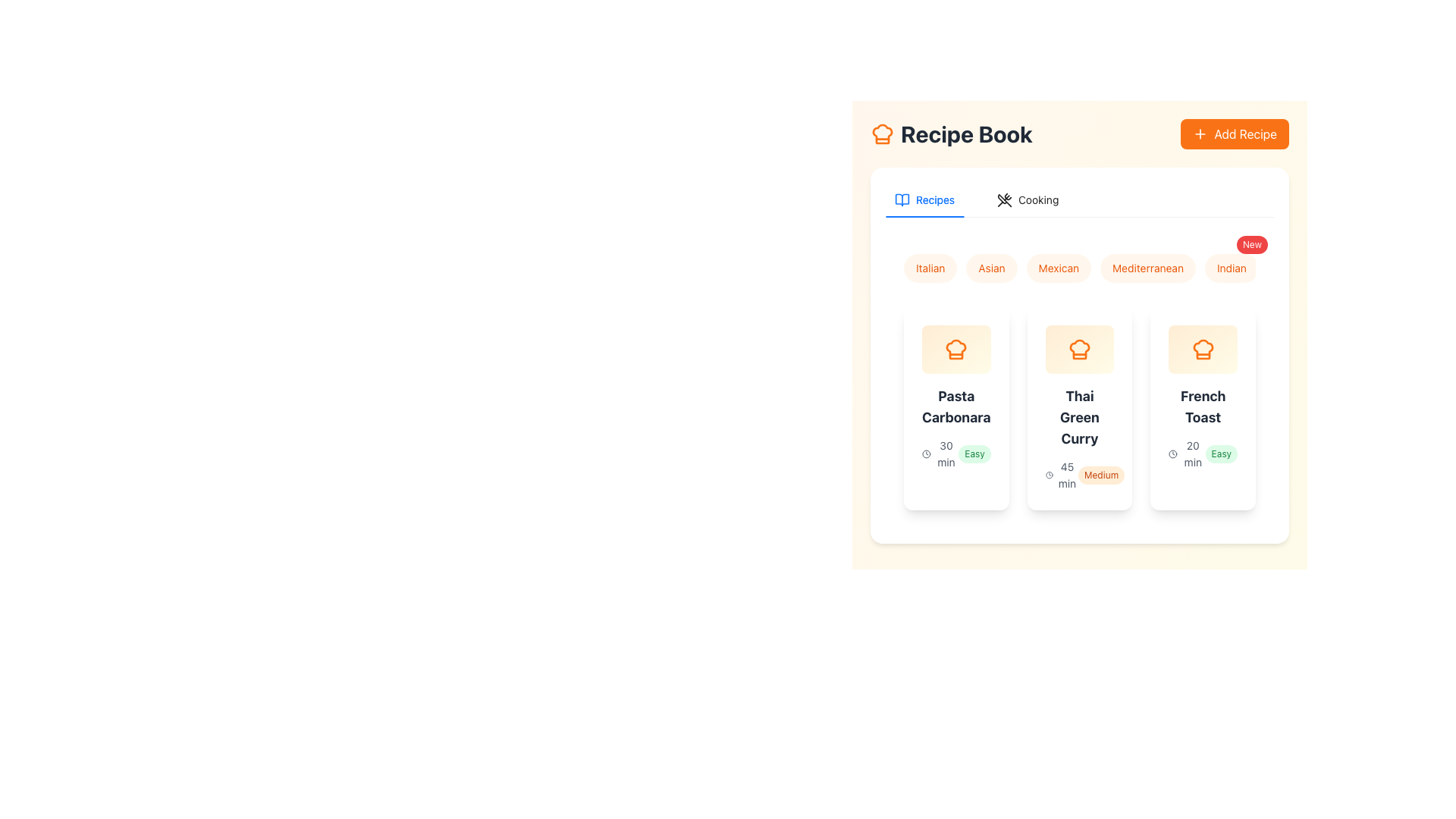 The width and height of the screenshot is (1456, 819). Describe the element at coordinates (902, 199) in the screenshot. I see `the recipe icon located to the left of the 'Recipes' label in the top-left segment of the interface` at that location.